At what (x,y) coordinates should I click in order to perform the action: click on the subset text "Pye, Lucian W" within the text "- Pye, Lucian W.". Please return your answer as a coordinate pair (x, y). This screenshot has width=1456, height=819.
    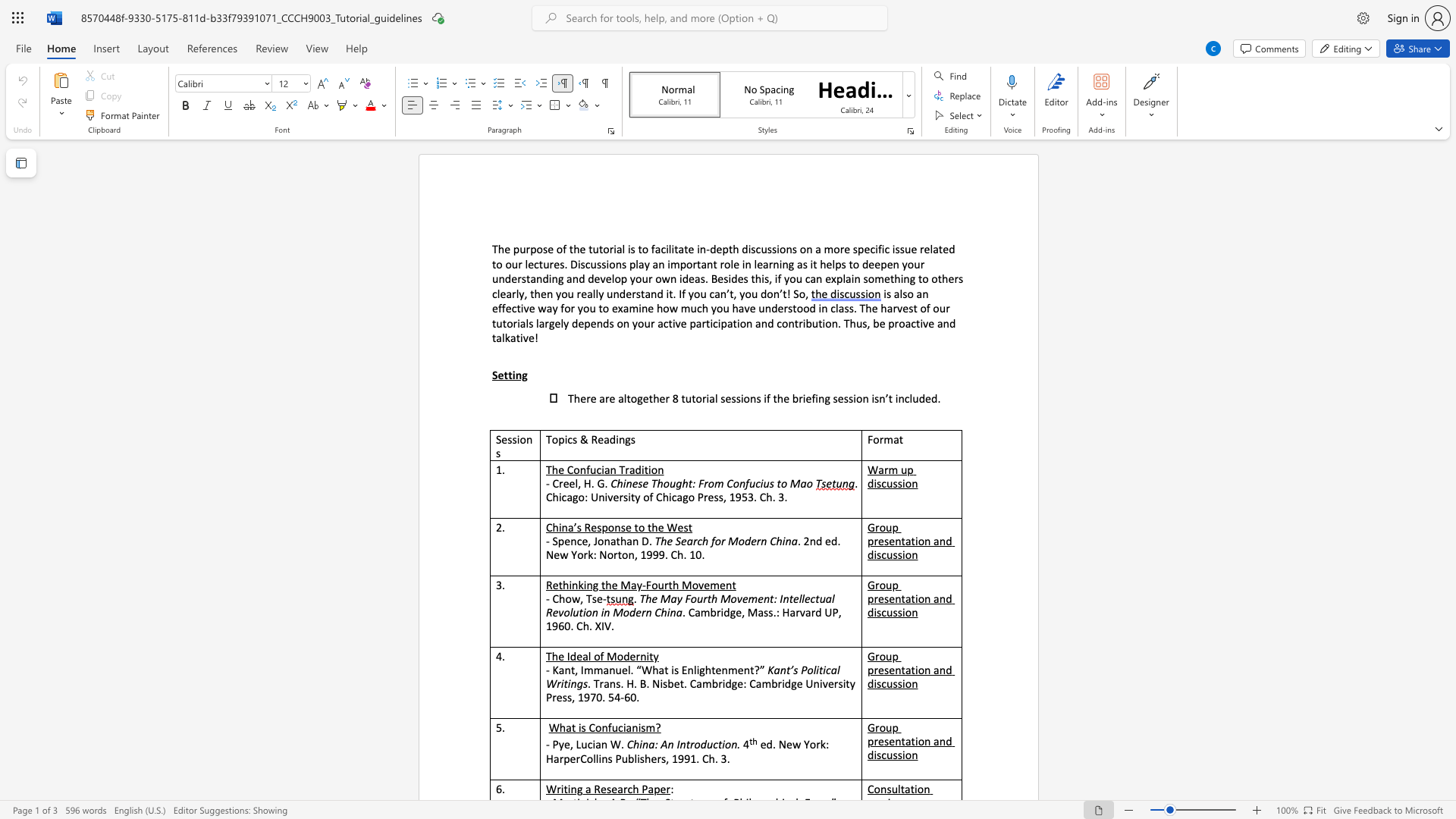
    Looking at the image, I should click on (551, 743).